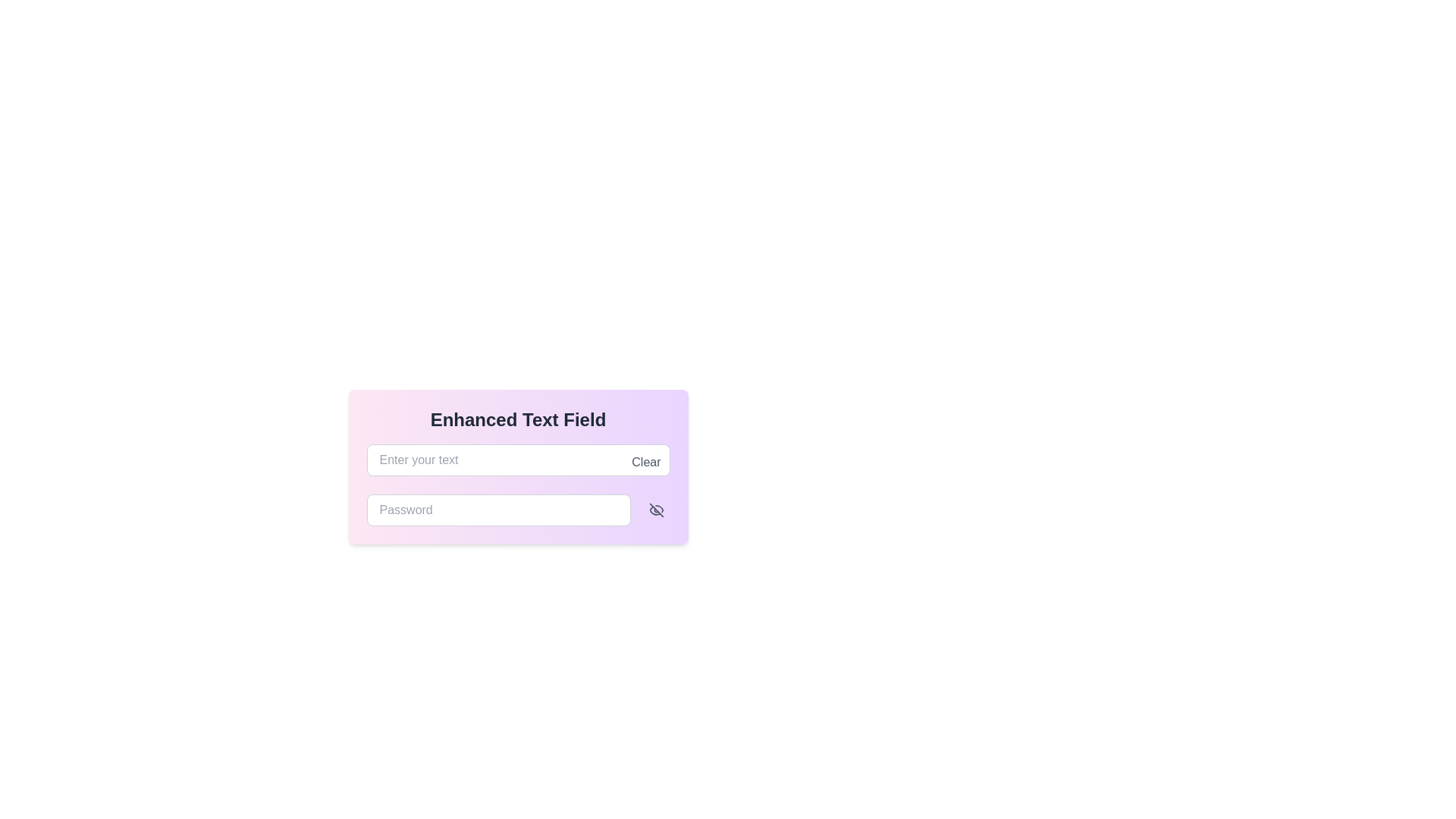 The image size is (1456, 819). Describe the element at coordinates (656, 510) in the screenshot. I see `the icon button for toggling password visibility, which is positioned to the right of the password input field` at that location.